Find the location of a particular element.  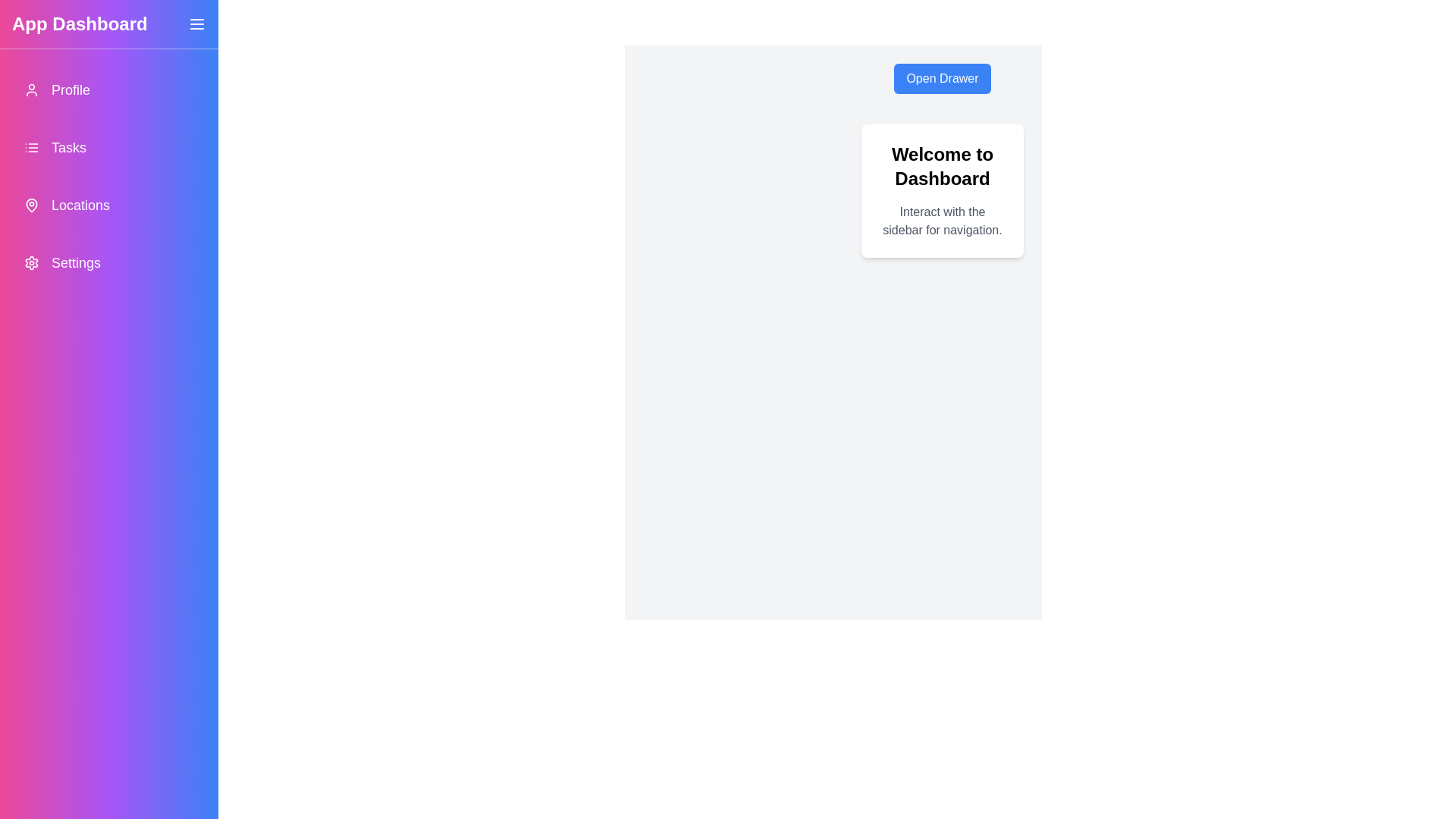

the navigation item labeled 'Locations' to observe its hover effect is located at coordinates (108, 205).